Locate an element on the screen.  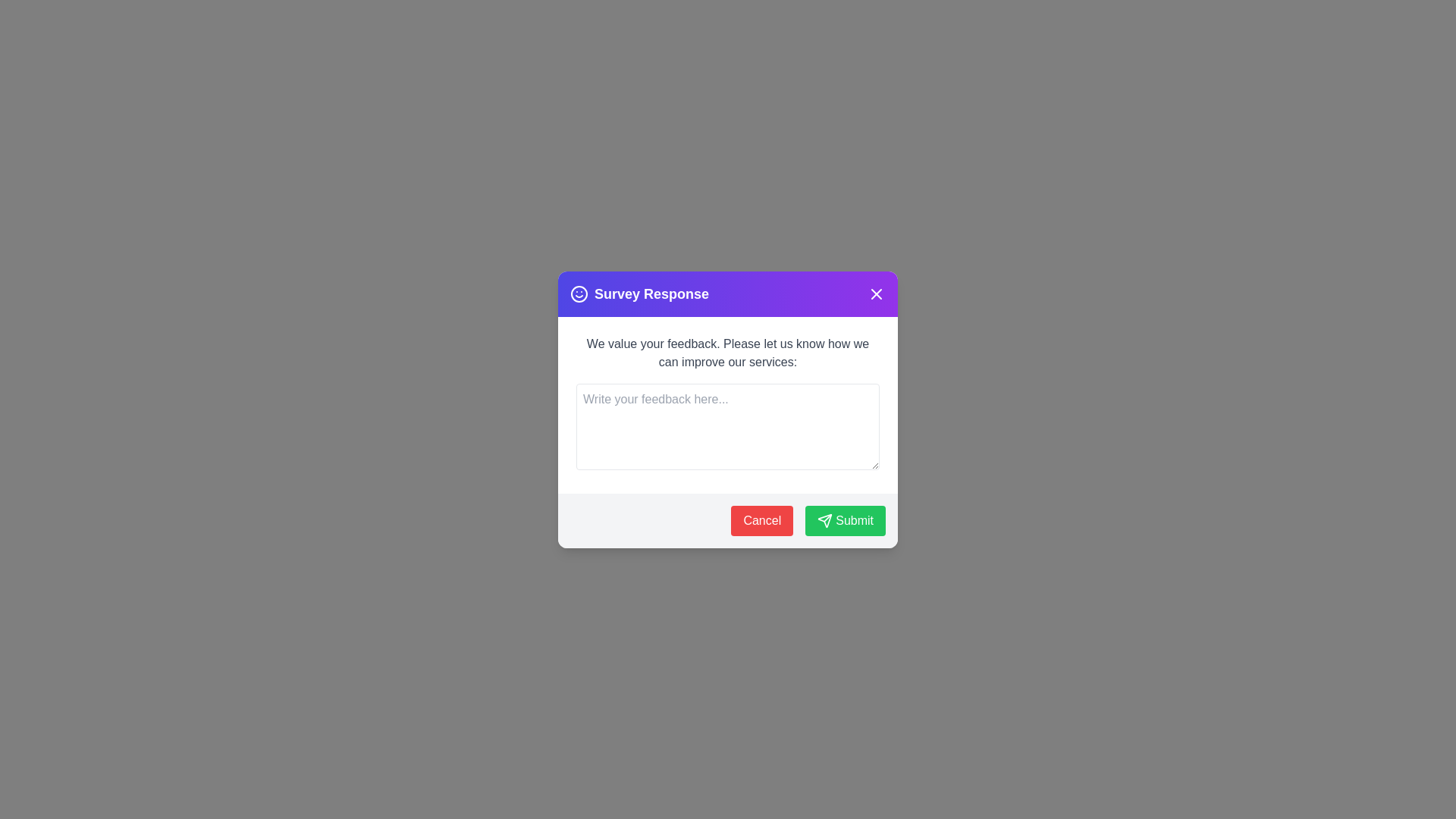
the cancel button to cancel the feedback submission is located at coordinates (761, 519).